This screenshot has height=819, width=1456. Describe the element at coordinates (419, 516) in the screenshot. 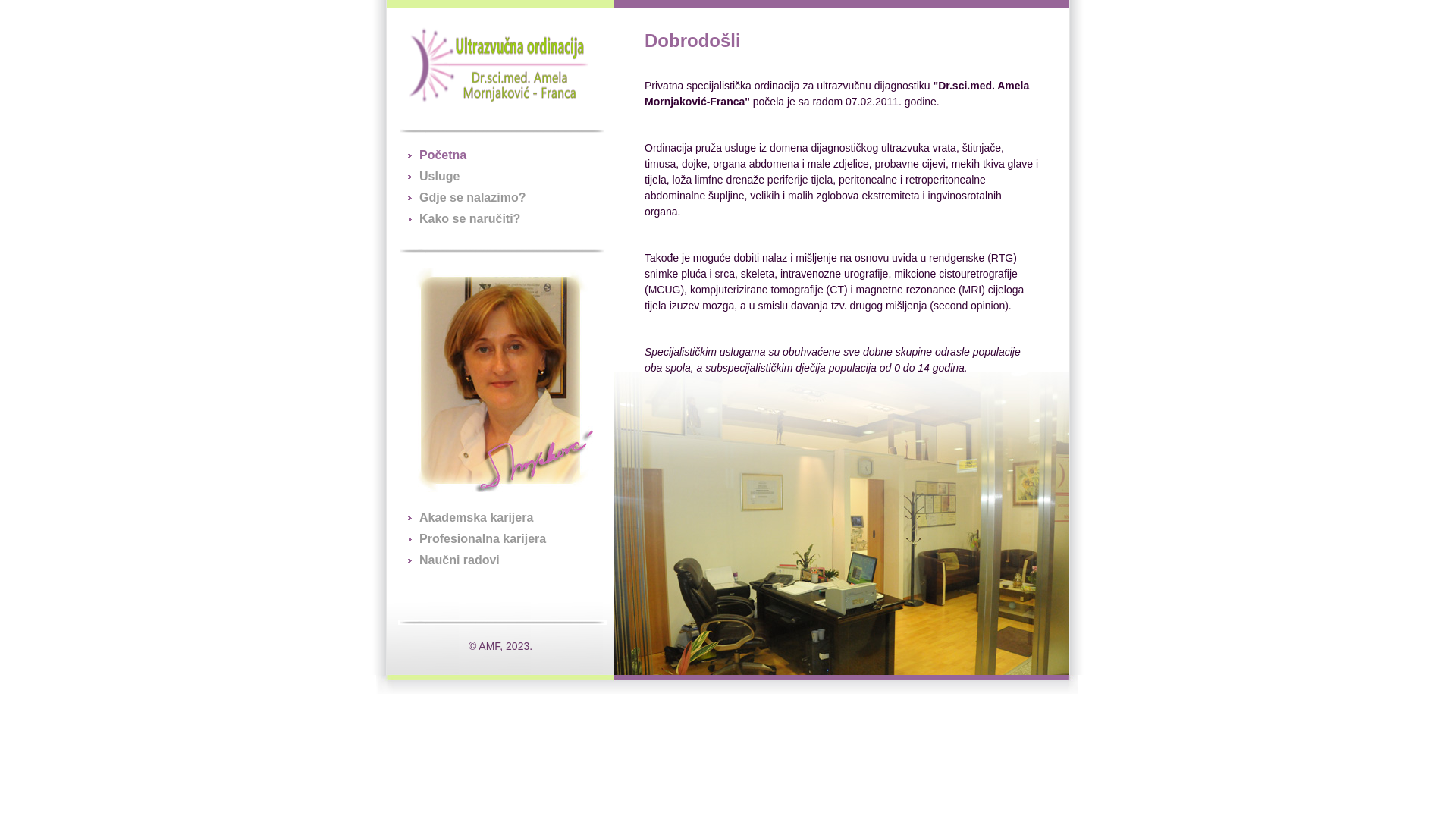

I see `'Akademska karijera'` at that location.